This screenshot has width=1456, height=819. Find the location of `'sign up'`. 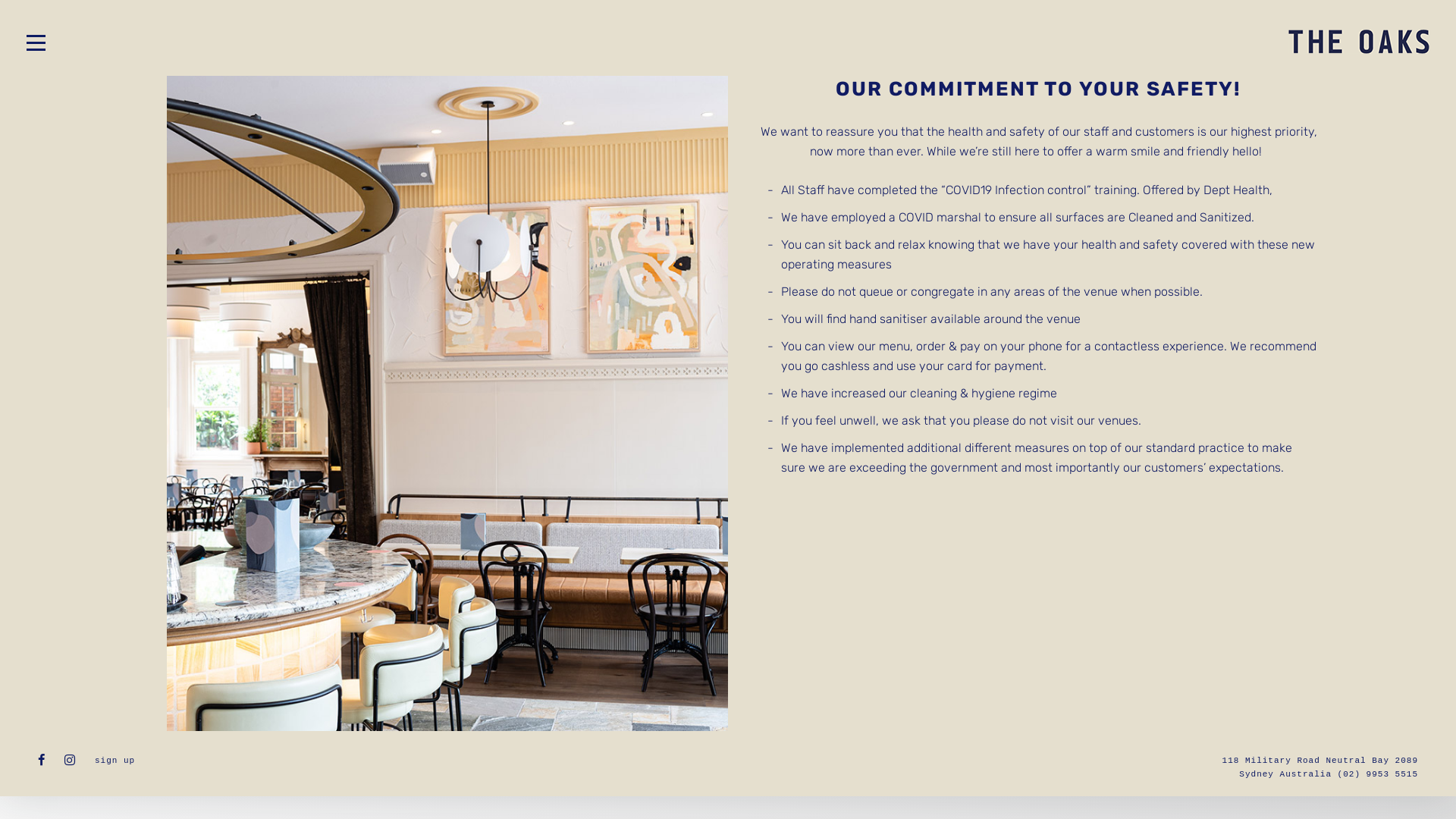

'sign up' is located at coordinates (114, 760).